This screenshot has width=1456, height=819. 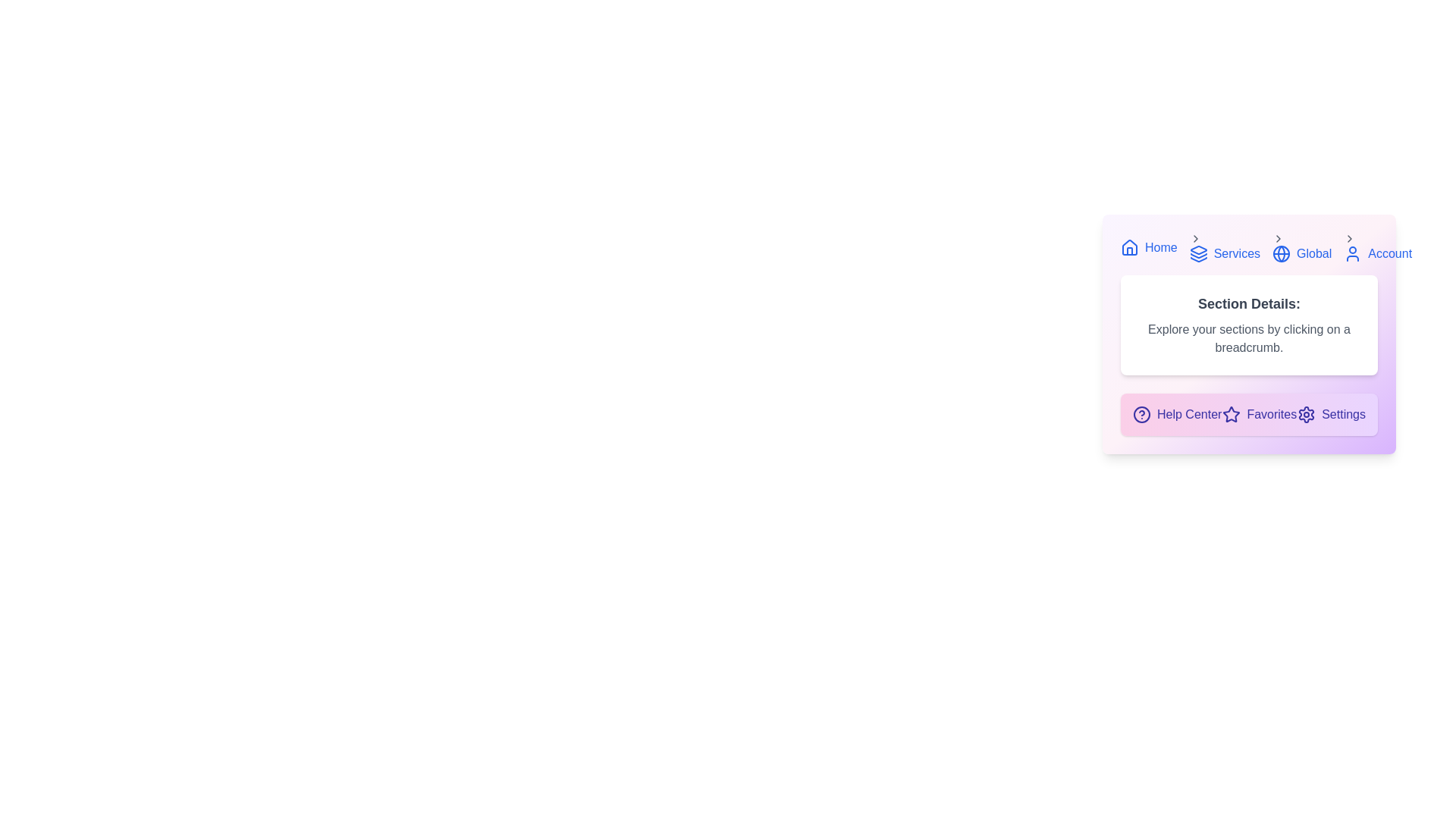 I want to click on the 'Global' breadcrumb navigation label, so click(x=1313, y=253).